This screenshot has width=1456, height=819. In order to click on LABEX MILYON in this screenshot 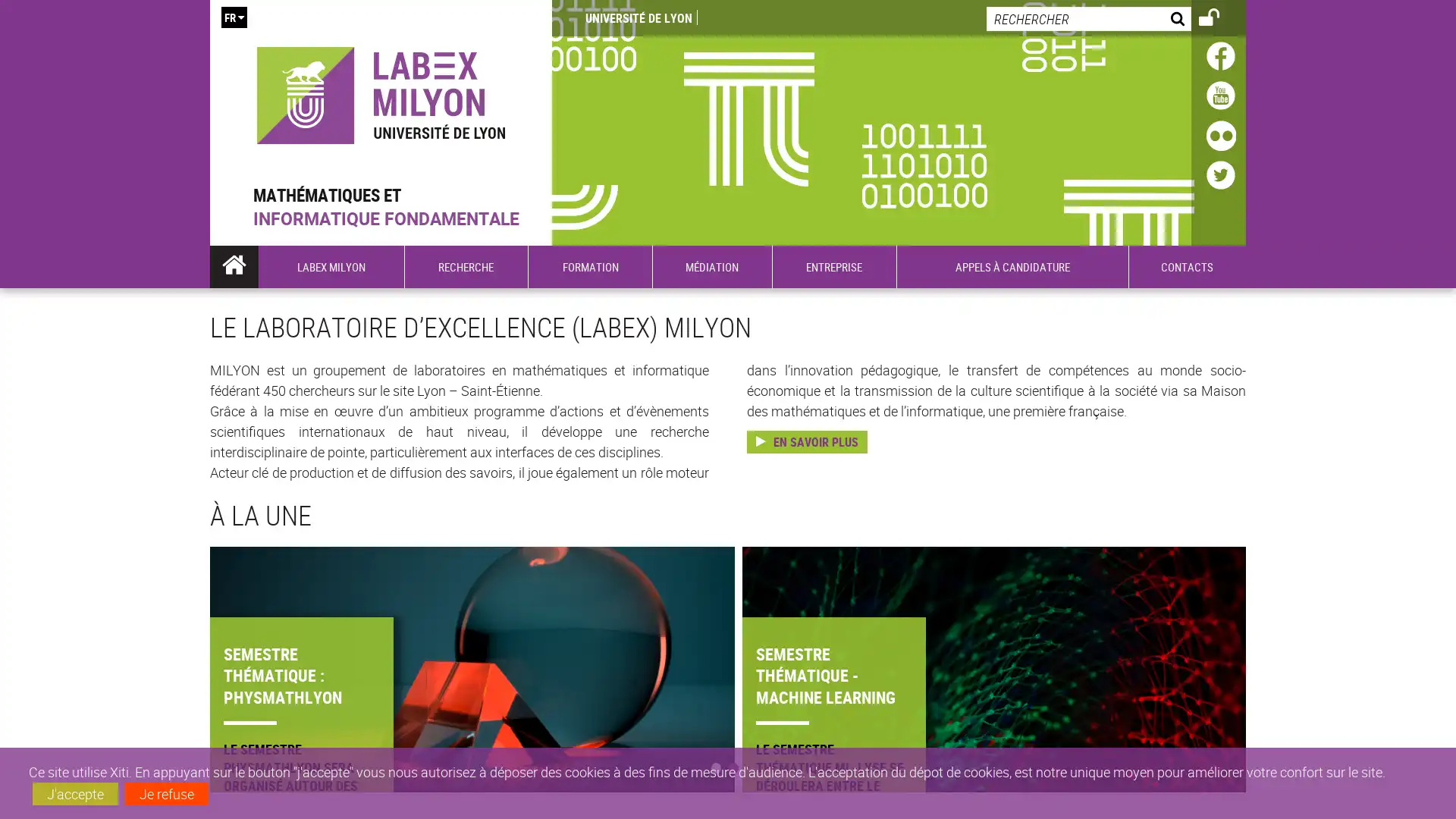, I will do `click(330, 265)`.